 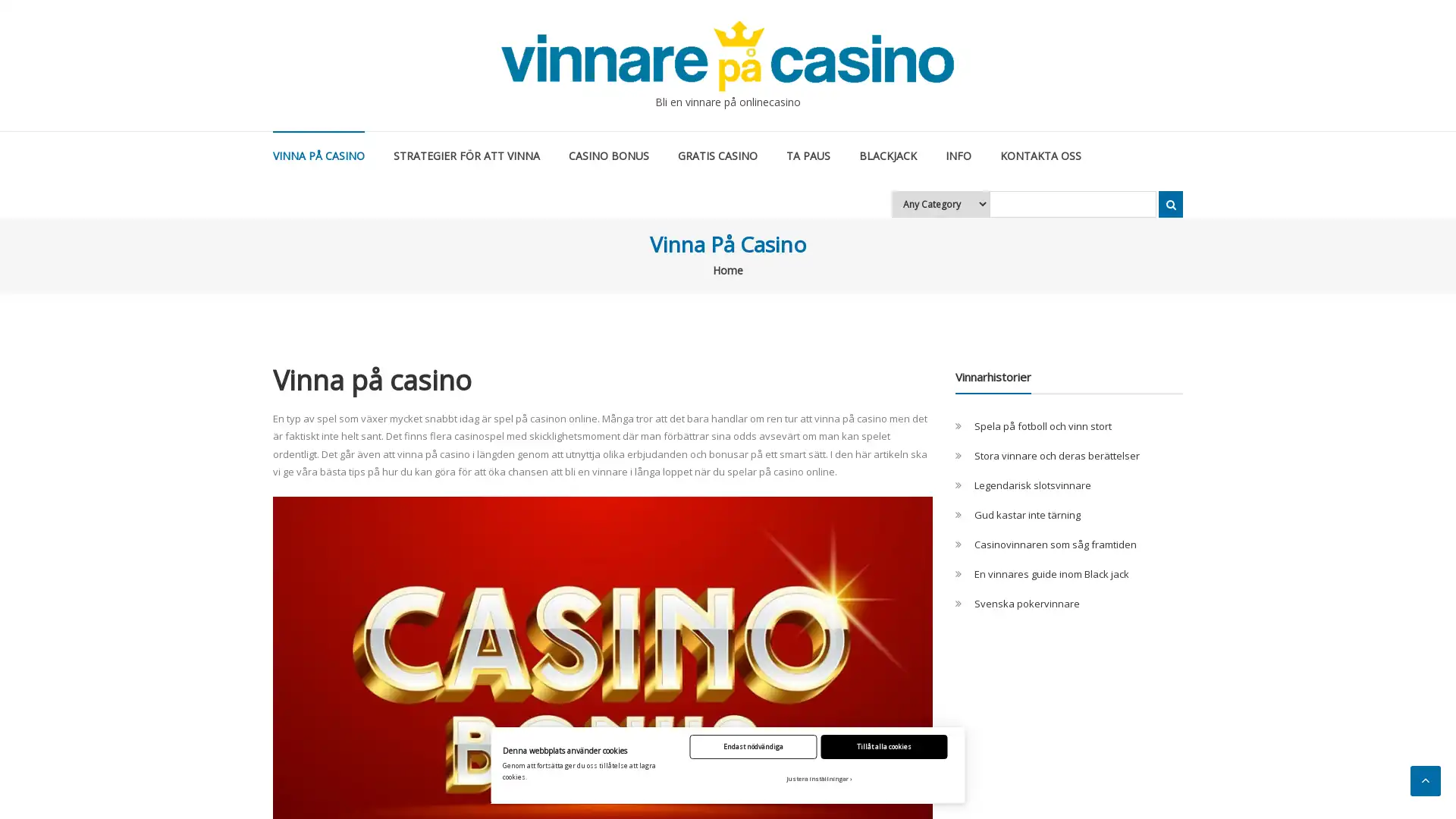 What do you see at coordinates (817, 779) in the screenshot?
I see `Justera installningar` at bounding box center [817, 779].